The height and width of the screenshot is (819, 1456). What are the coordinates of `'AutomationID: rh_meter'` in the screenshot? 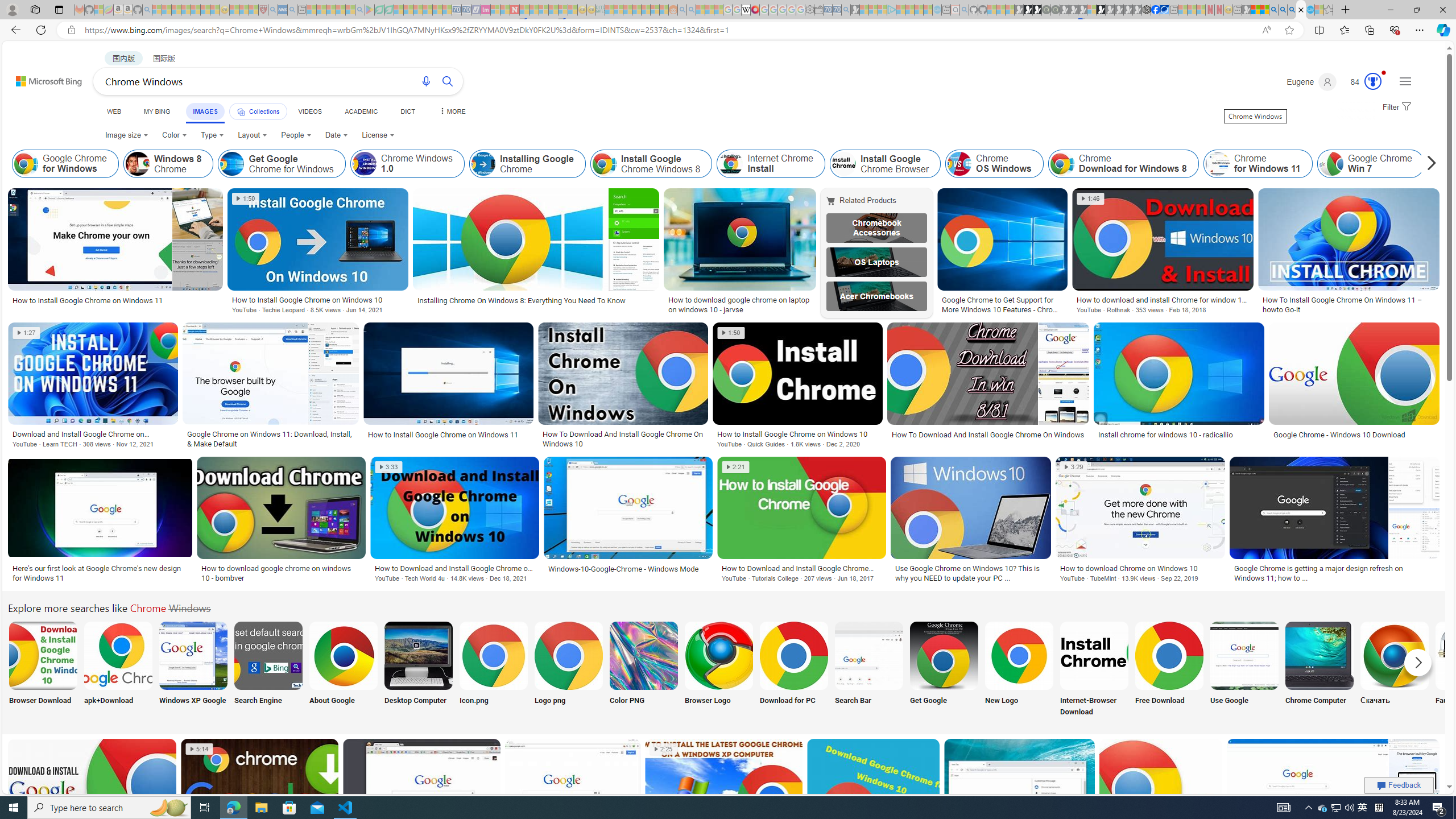 It's located at (1372, 80).